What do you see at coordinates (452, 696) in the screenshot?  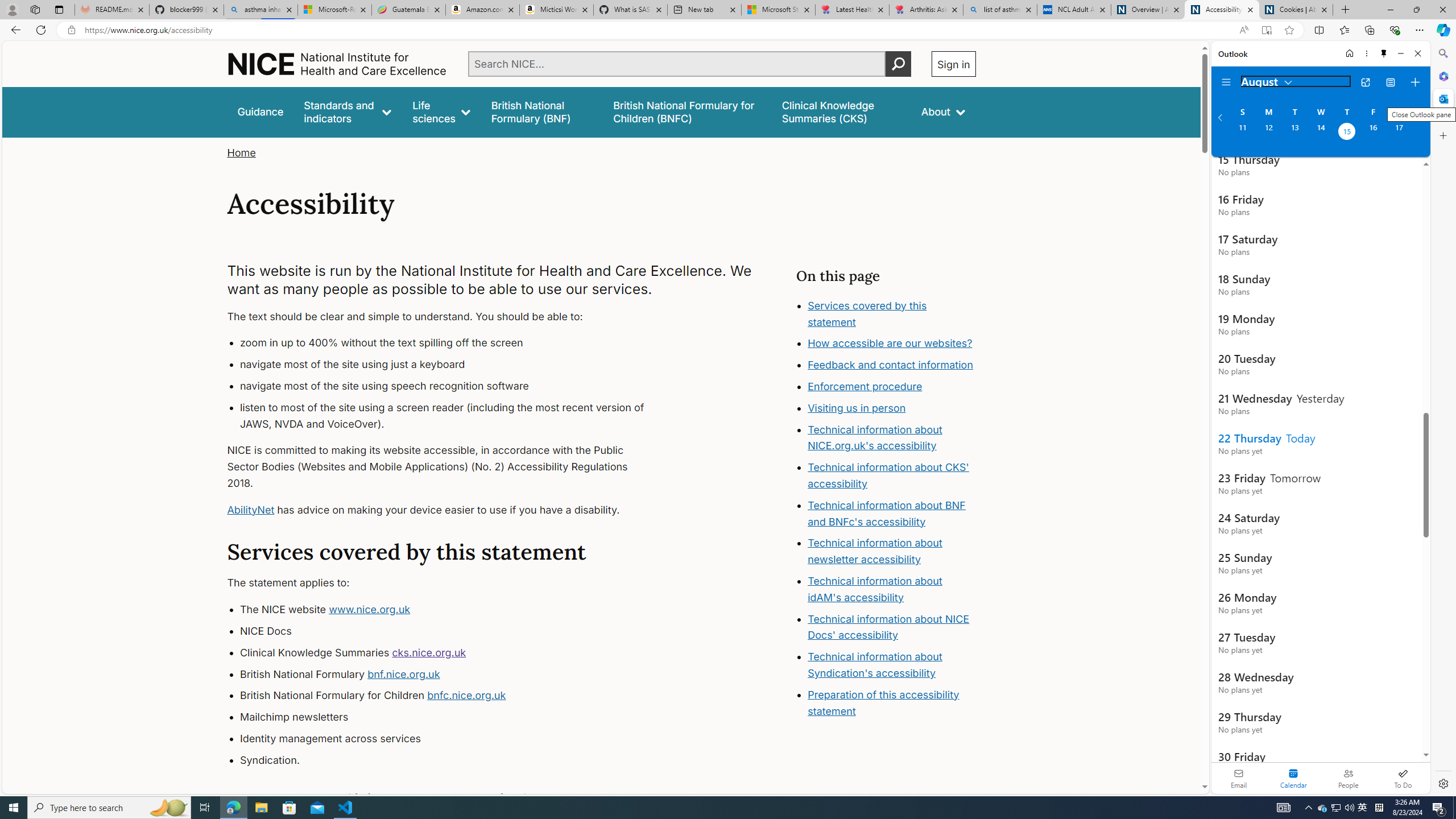 I see `'British National Formulary for Children bnfc.nice.org.uk'` at bounding box center [452, 696].